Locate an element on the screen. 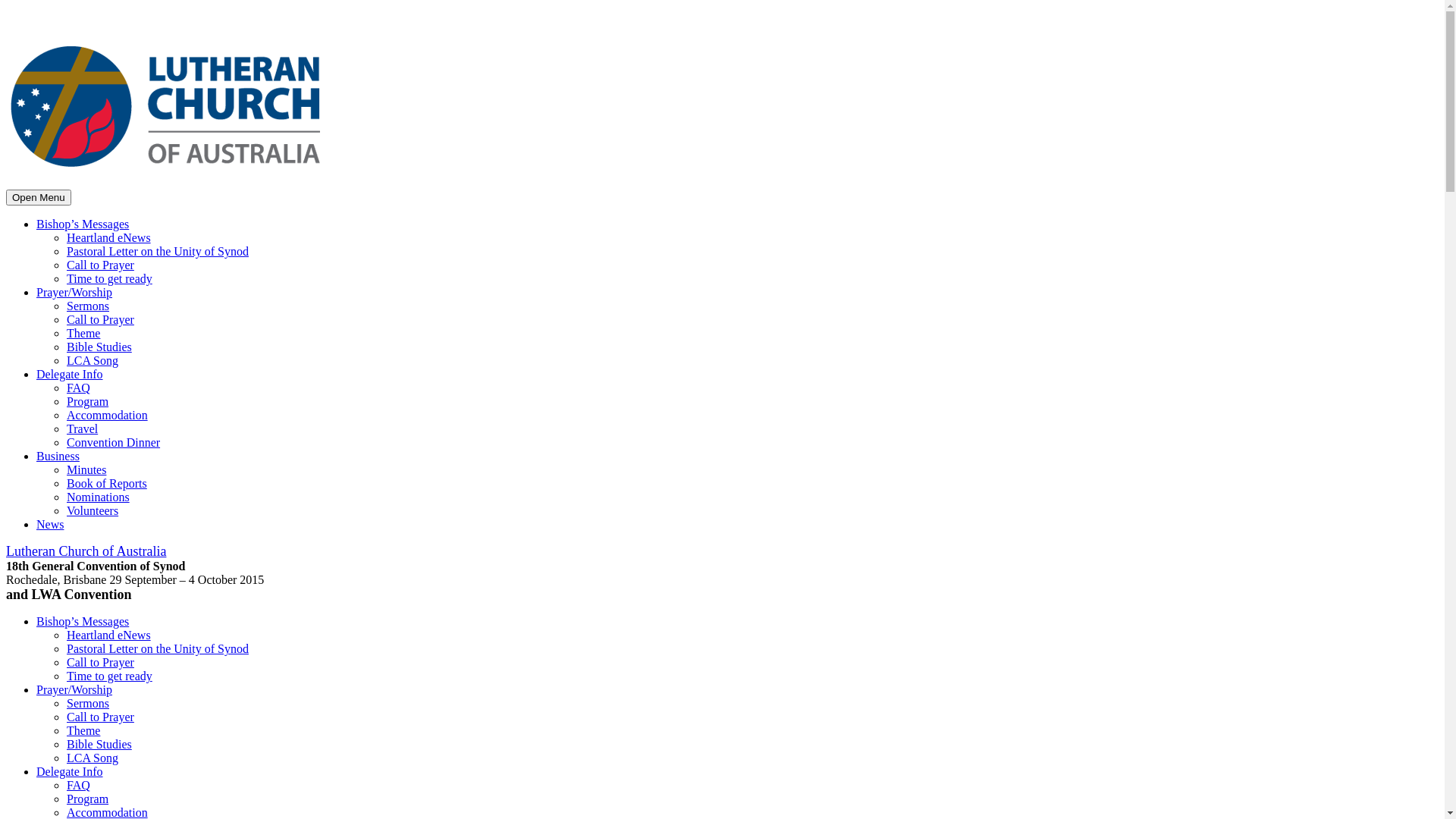  'Minutes' is located at coordinates (86, 469).